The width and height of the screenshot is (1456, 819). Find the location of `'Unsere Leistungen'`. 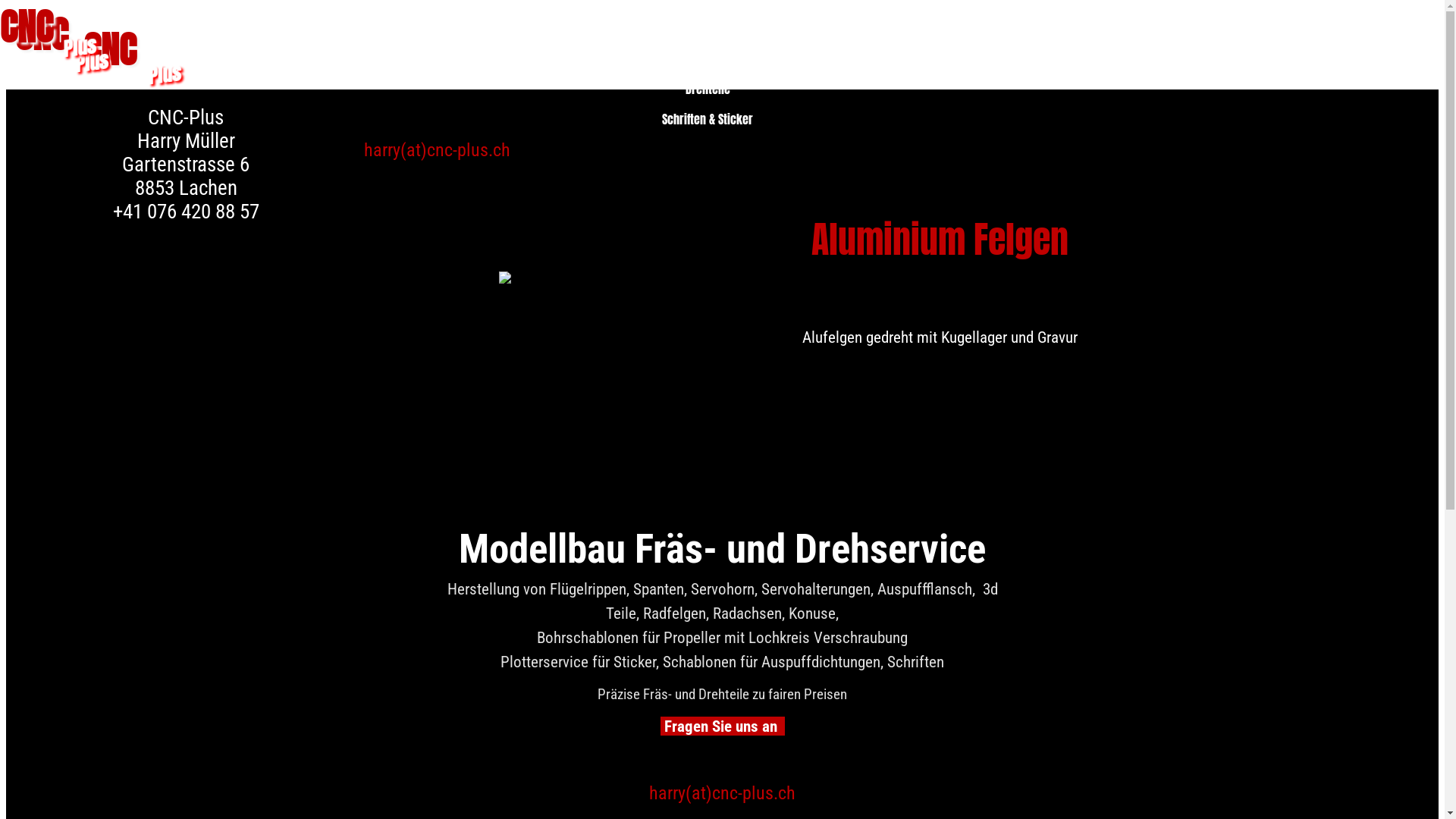

'Unsere Leistungen' is located at coordinates (701, 51).